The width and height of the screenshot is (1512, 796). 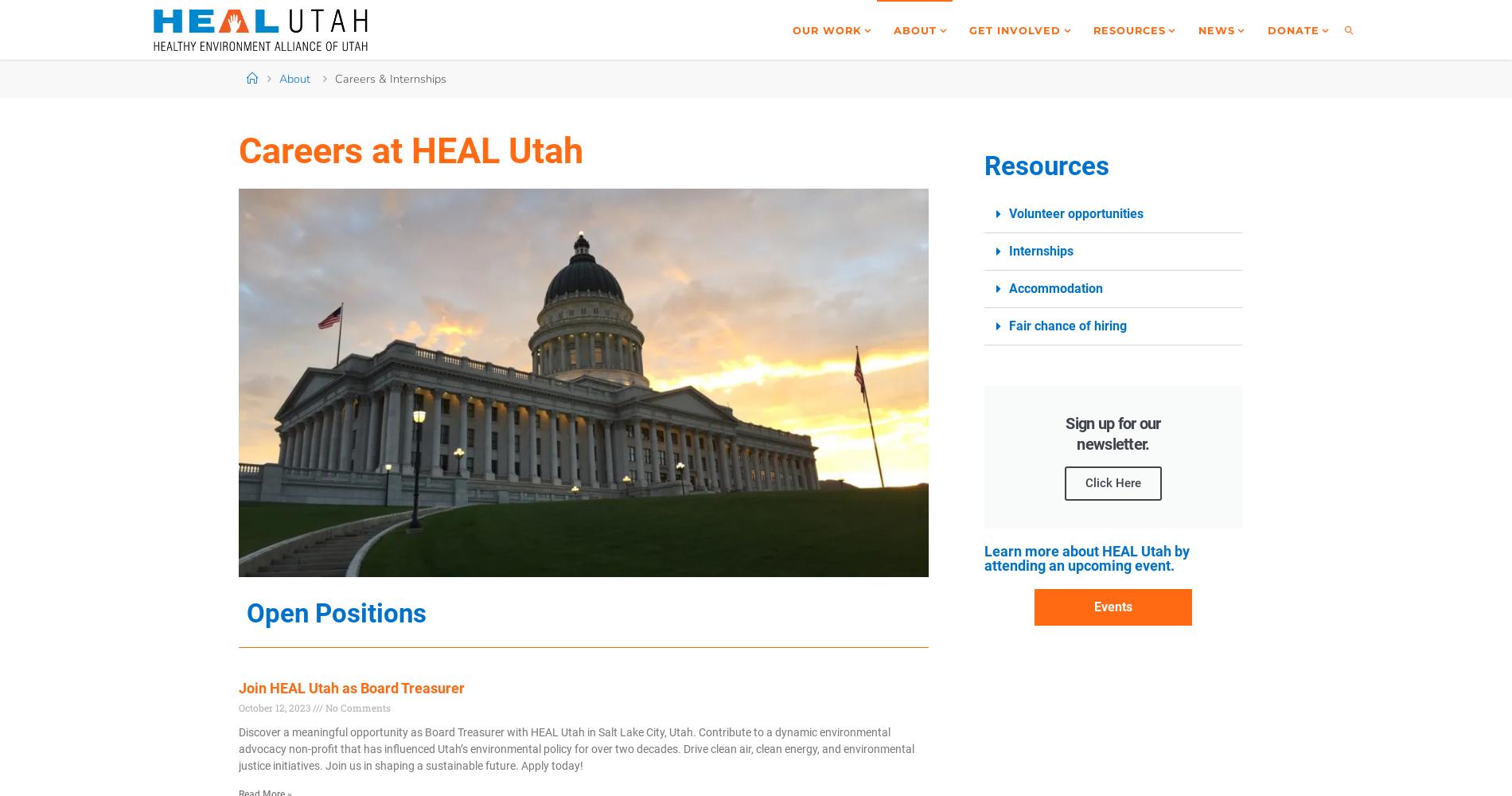 I want to click on 'Careers at HEAL Utah', so click(x=411, y=150).